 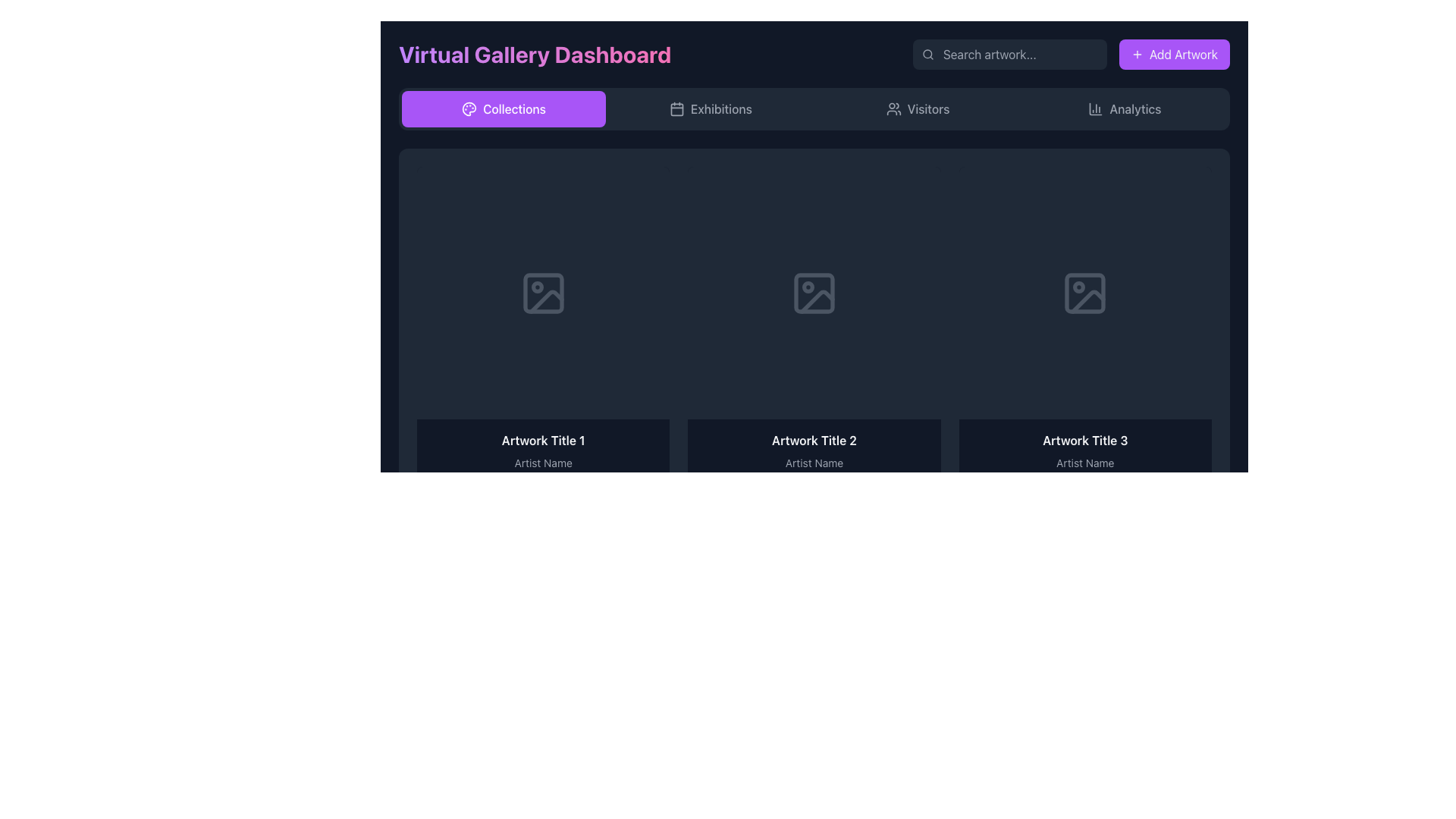 What do you see at coordinates (1084, 293) in the screenshot?
I see `the empty artwork placeholder icon located at the center of the third panel on the gallery page` at bounding box center [1084, 293].